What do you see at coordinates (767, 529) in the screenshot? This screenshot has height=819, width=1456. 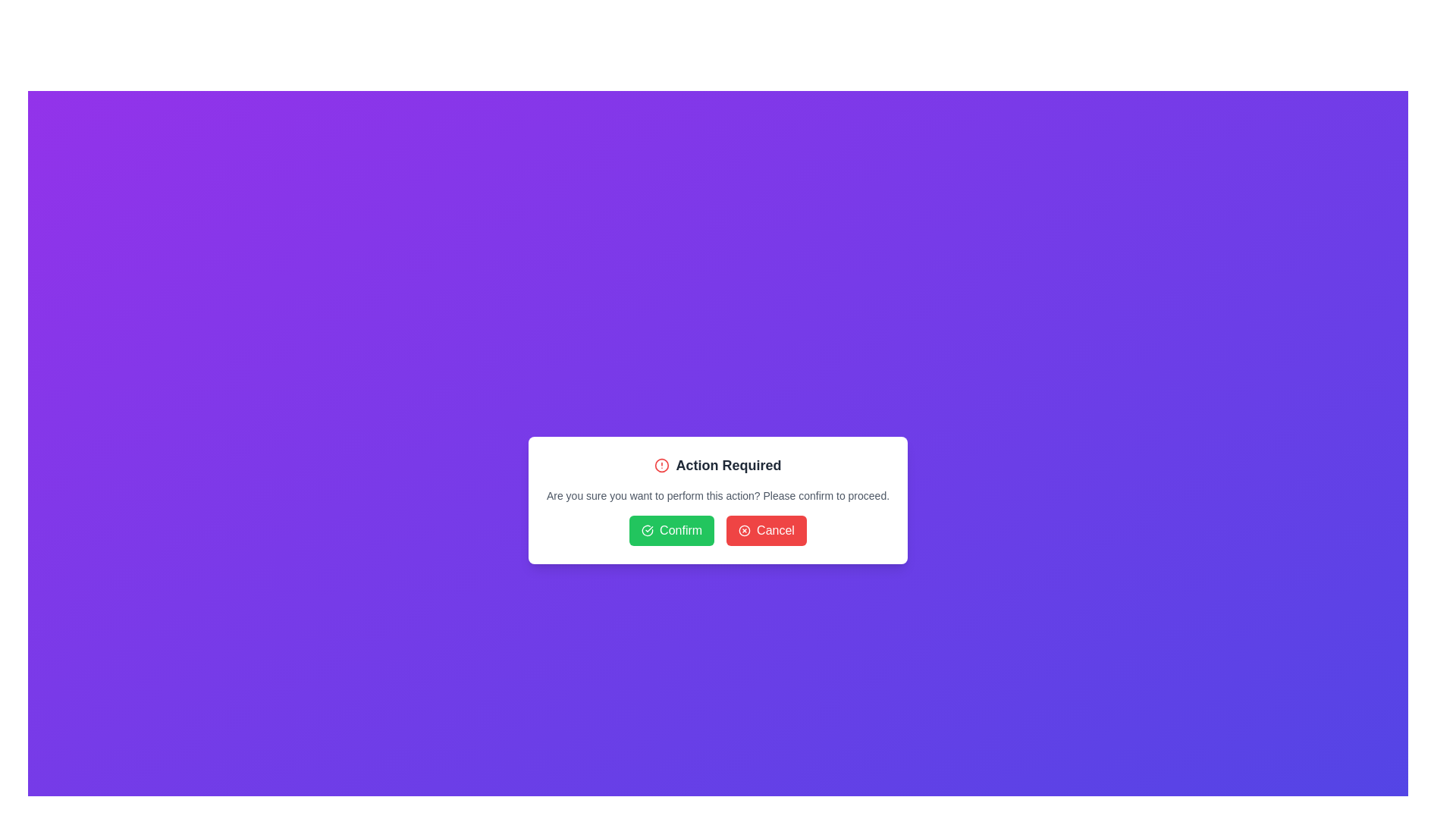 I see `the cancel button located on the right side of the confirm button in the centered dialog box` at bounding box center [767, 529].